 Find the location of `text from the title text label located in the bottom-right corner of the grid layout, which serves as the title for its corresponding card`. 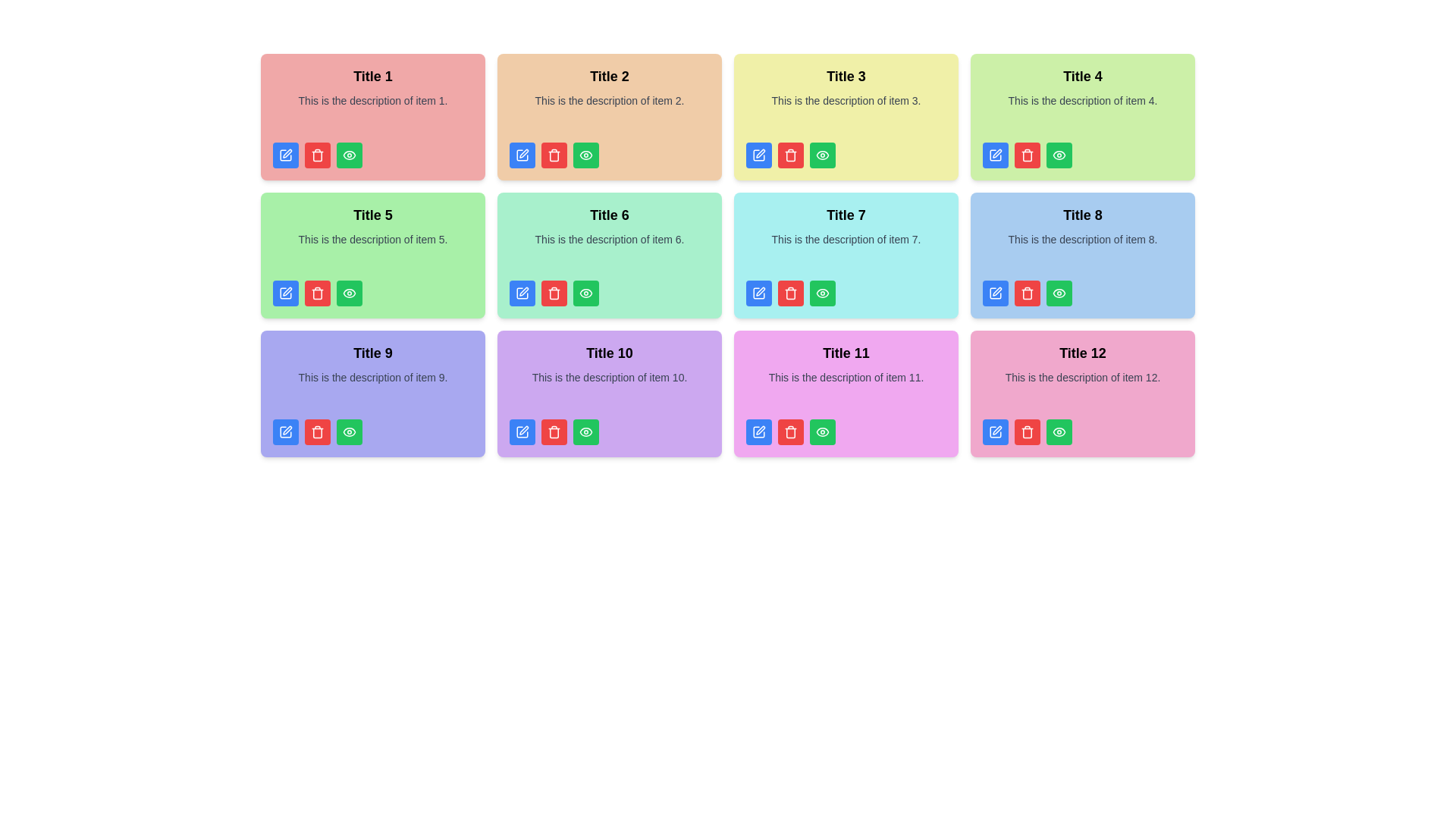

text from the title text label located in the bottom-right corner of the grid layout, which serves as the title for its corresponding card is located at coordinates (1082, 353).